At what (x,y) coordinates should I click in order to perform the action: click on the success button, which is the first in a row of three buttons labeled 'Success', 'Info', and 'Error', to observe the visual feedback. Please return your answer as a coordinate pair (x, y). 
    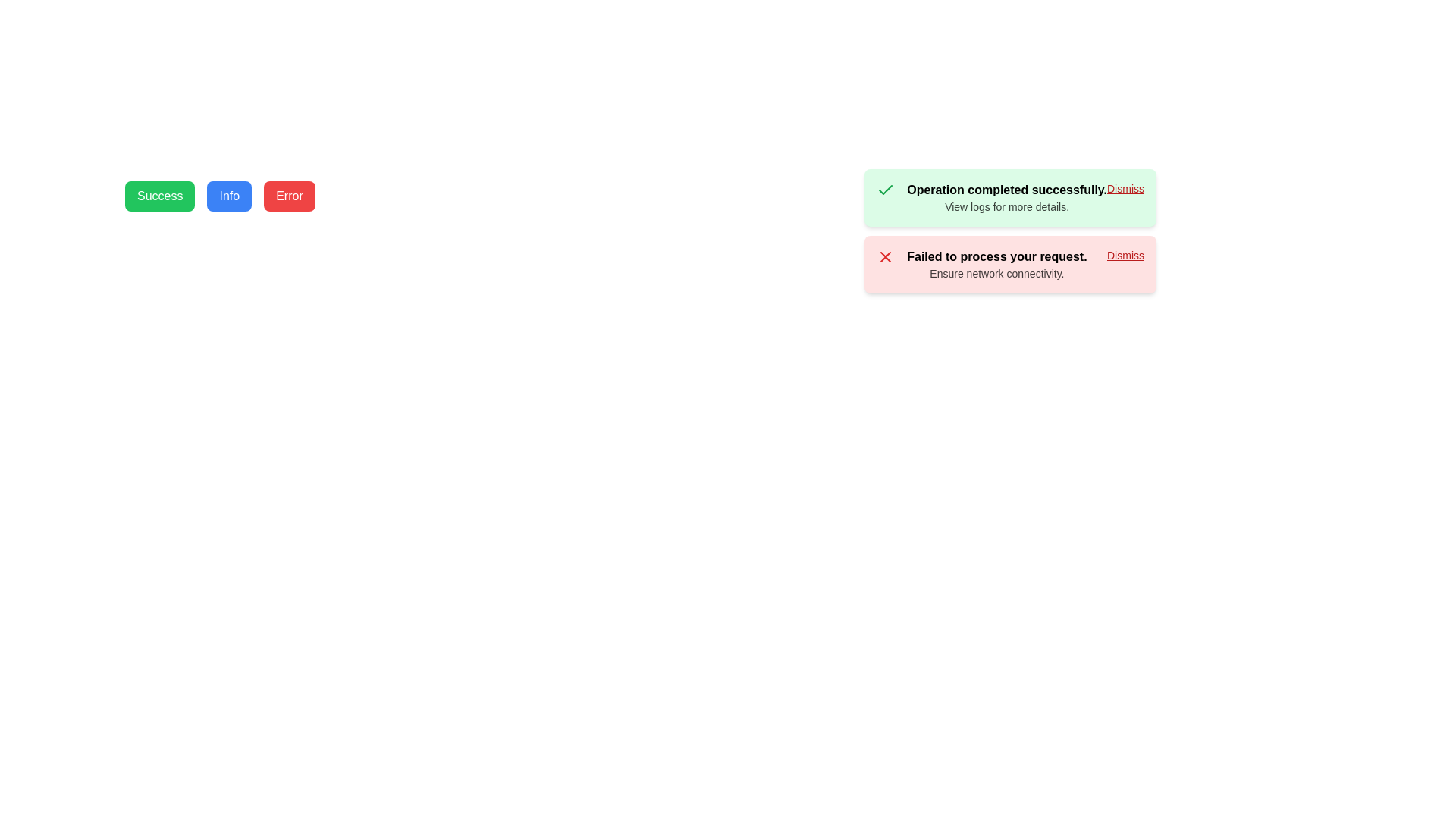
    Looking at the image, I should click on (160, 195).